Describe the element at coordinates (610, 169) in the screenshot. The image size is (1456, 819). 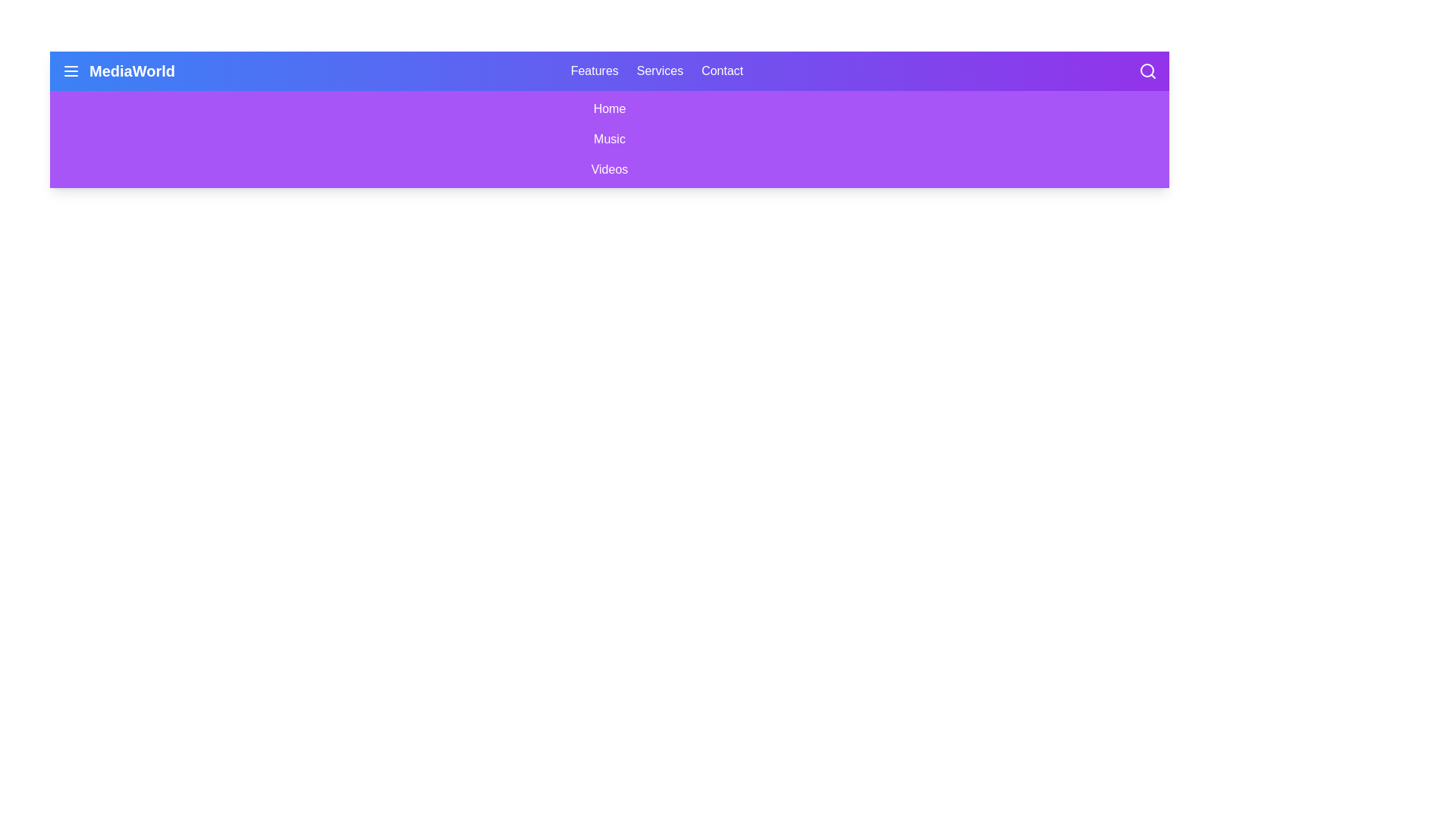
I see `the 'Videos' button` at that location.